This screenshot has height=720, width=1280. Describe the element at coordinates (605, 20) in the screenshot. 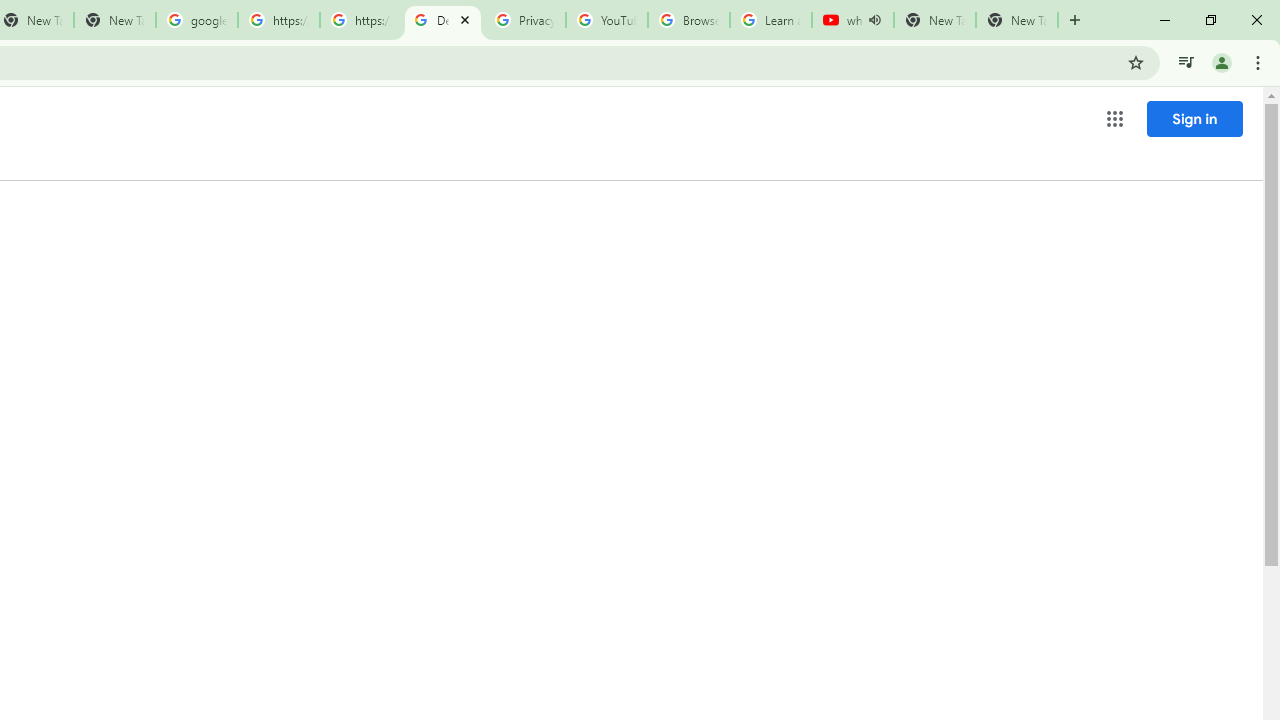

I see `'YouTube'` at that location.